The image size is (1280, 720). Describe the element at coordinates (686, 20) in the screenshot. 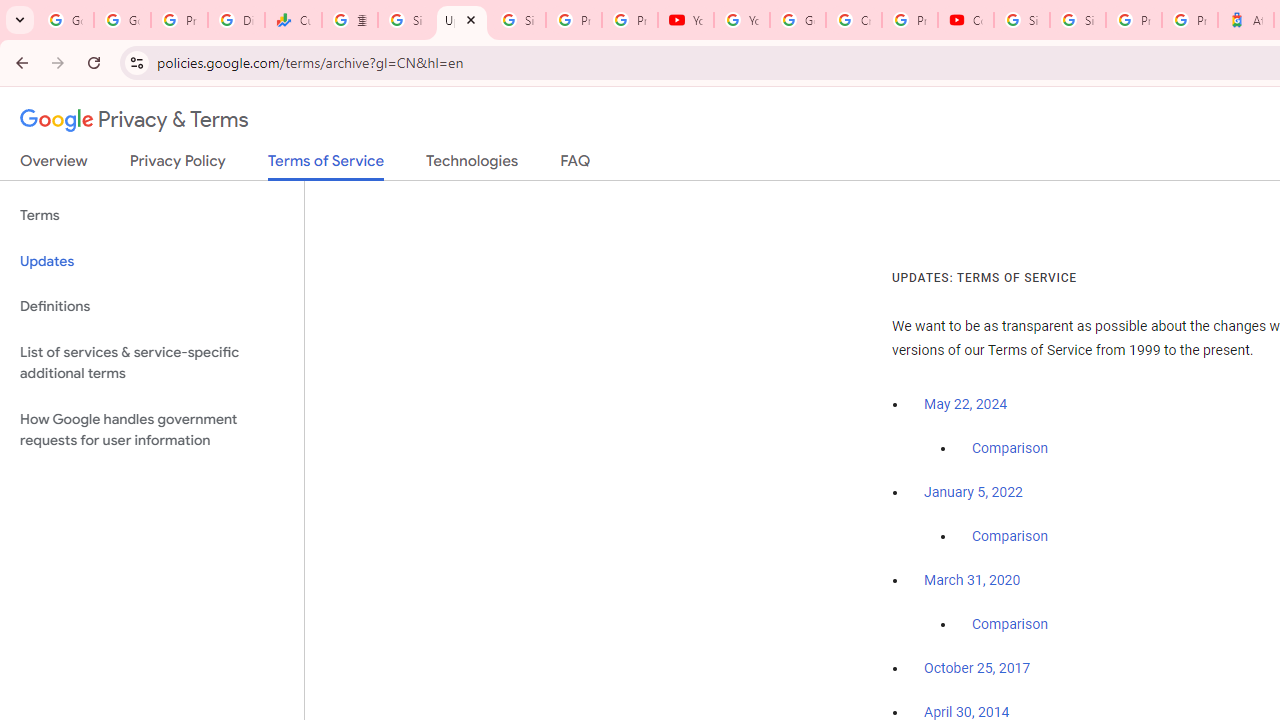

I see `'YouTube'` at that location.